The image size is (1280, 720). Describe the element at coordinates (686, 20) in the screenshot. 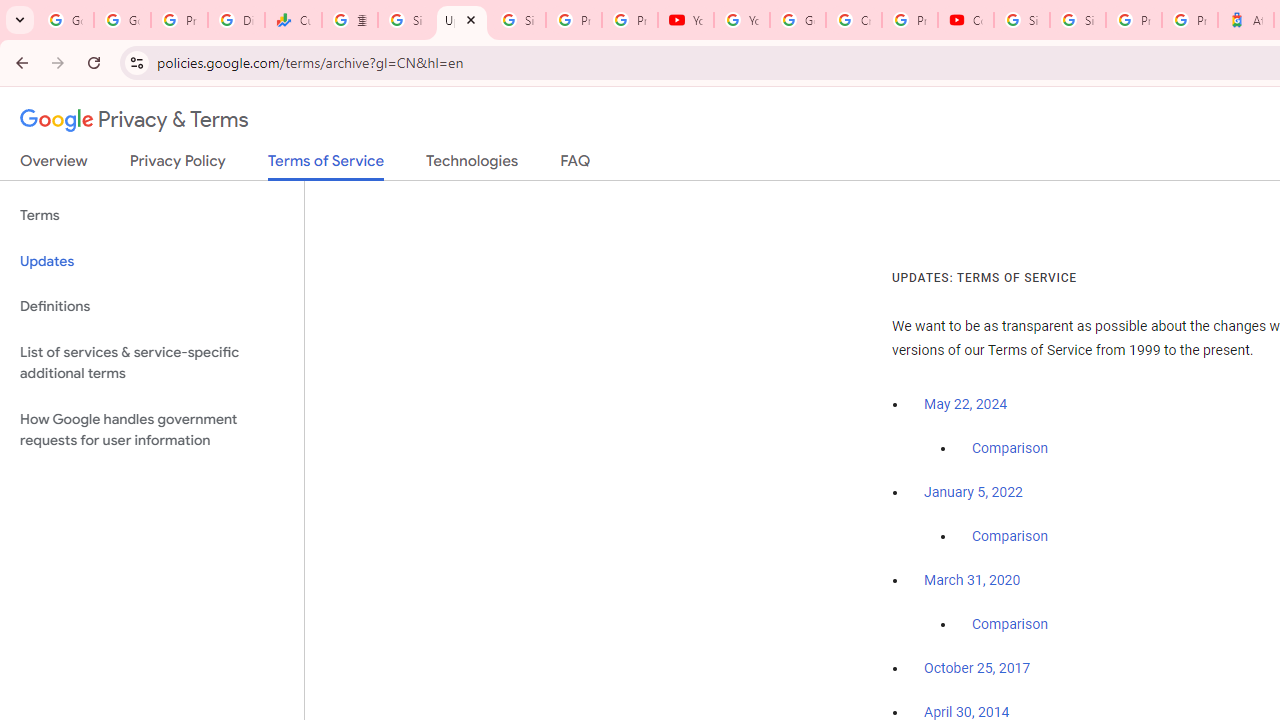

I see `'YouTube'` at that location.